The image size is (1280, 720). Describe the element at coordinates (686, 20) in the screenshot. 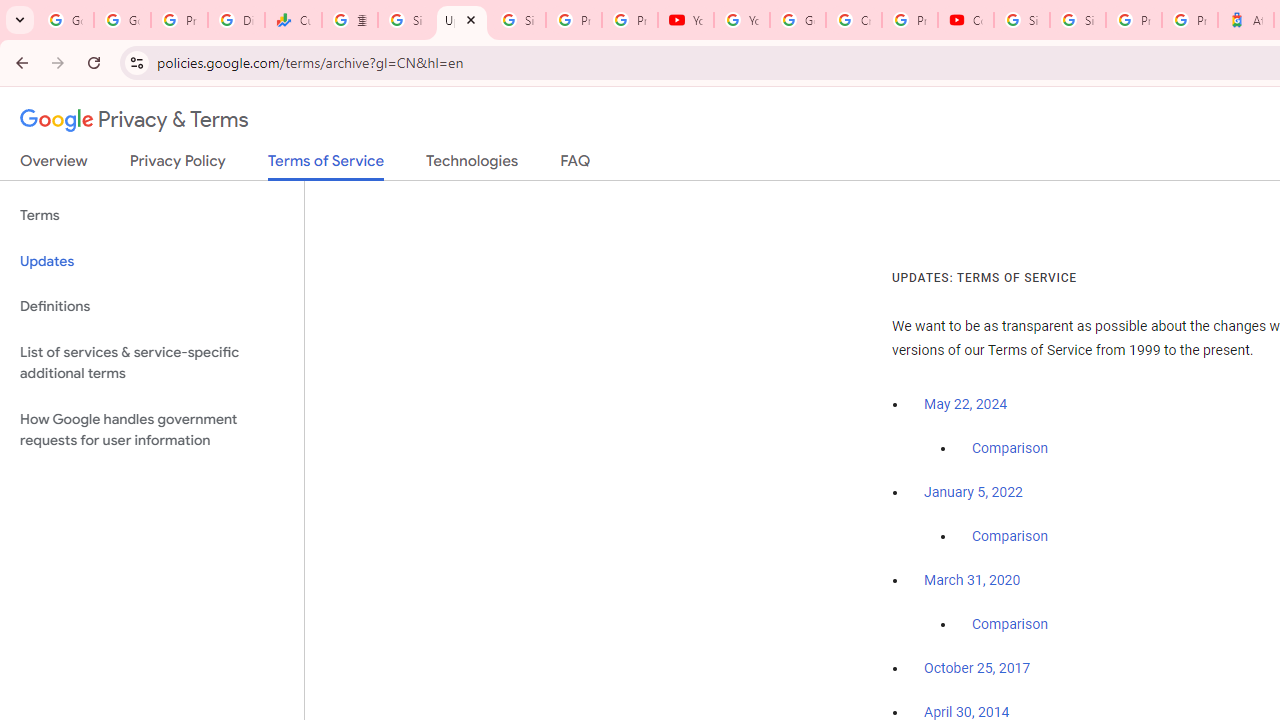

I see `'YouTube'` at that location.